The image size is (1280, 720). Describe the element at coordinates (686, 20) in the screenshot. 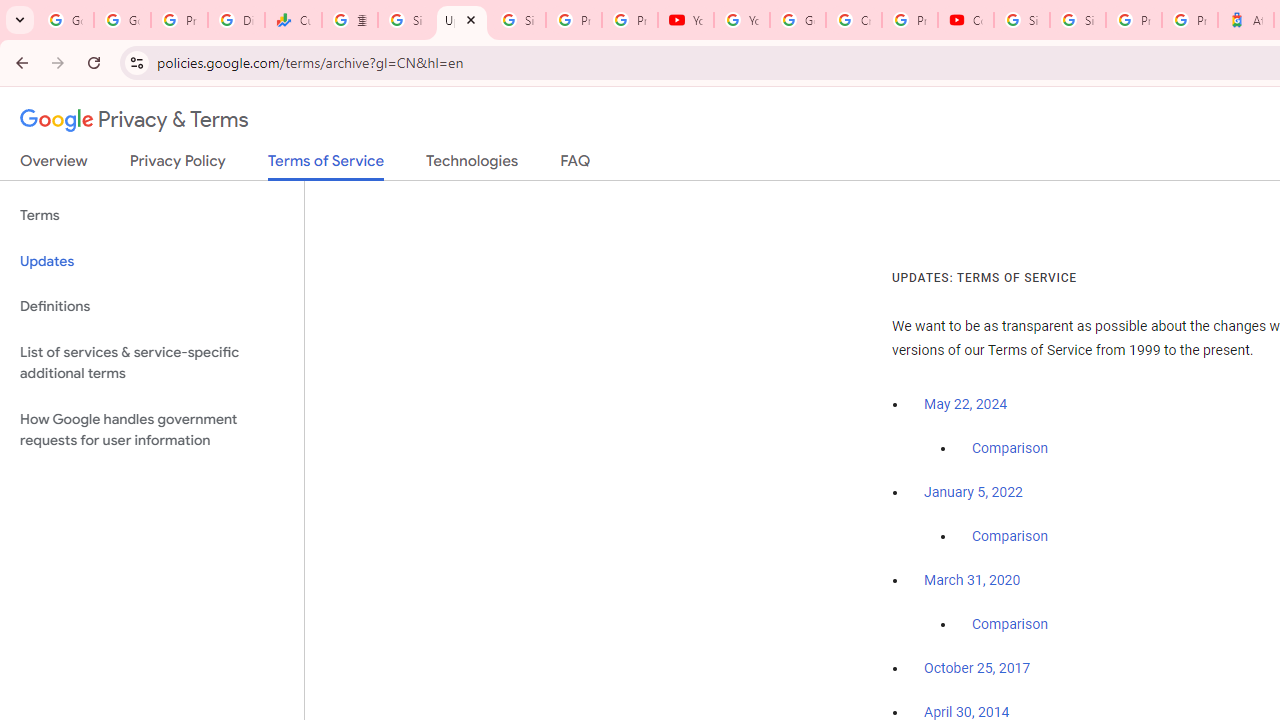

I see `'YouTube'` at that location.